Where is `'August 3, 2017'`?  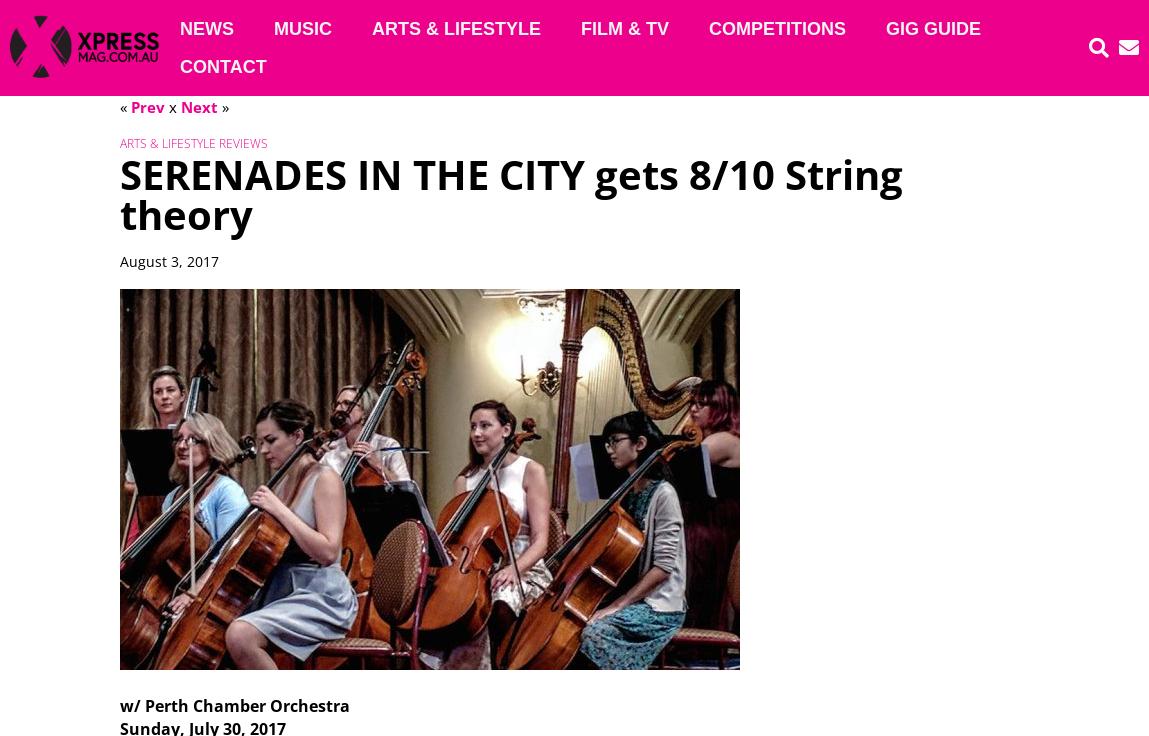
'August 3, 2017' is located at coordinates (167, 261).